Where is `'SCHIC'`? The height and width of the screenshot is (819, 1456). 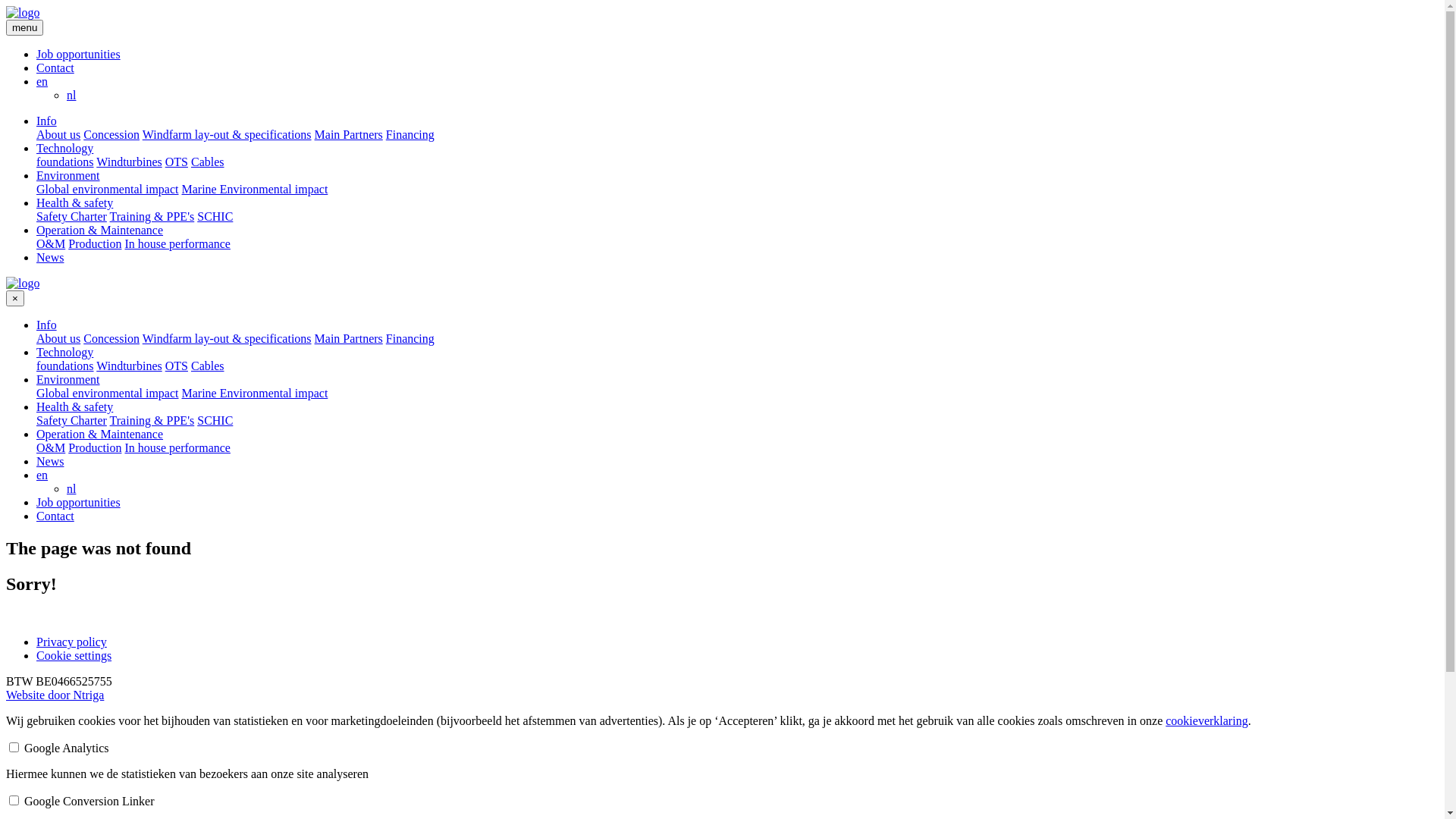
'SCHIC' is located at coordinates (196, 420).